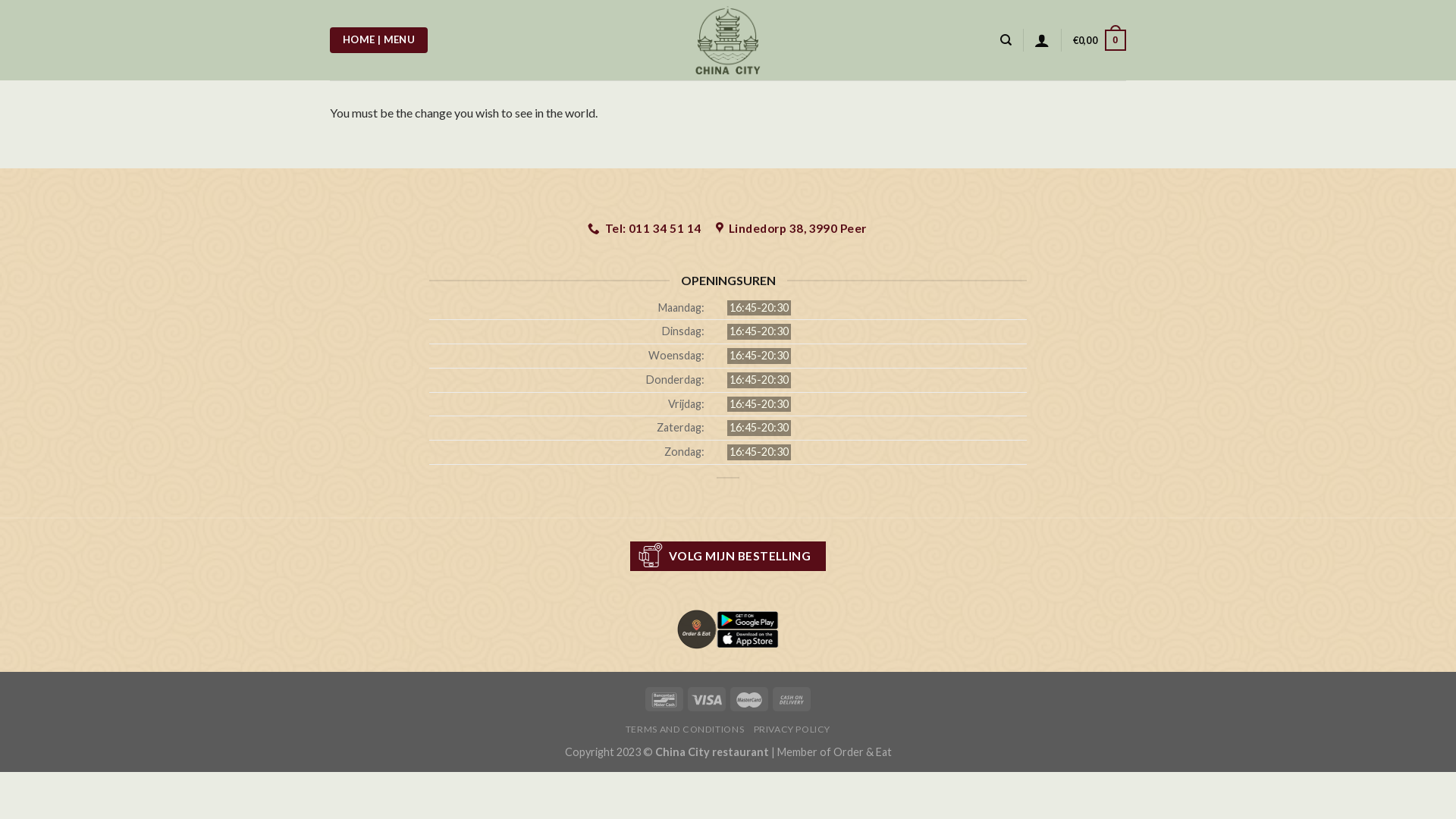 This screenshot has width=1456, height=819. What do you see at coordinates (791, 228) in the screenshot?
I see `'Lindedorp 38, 3990 Peer'` at bounding box center [791, 228].